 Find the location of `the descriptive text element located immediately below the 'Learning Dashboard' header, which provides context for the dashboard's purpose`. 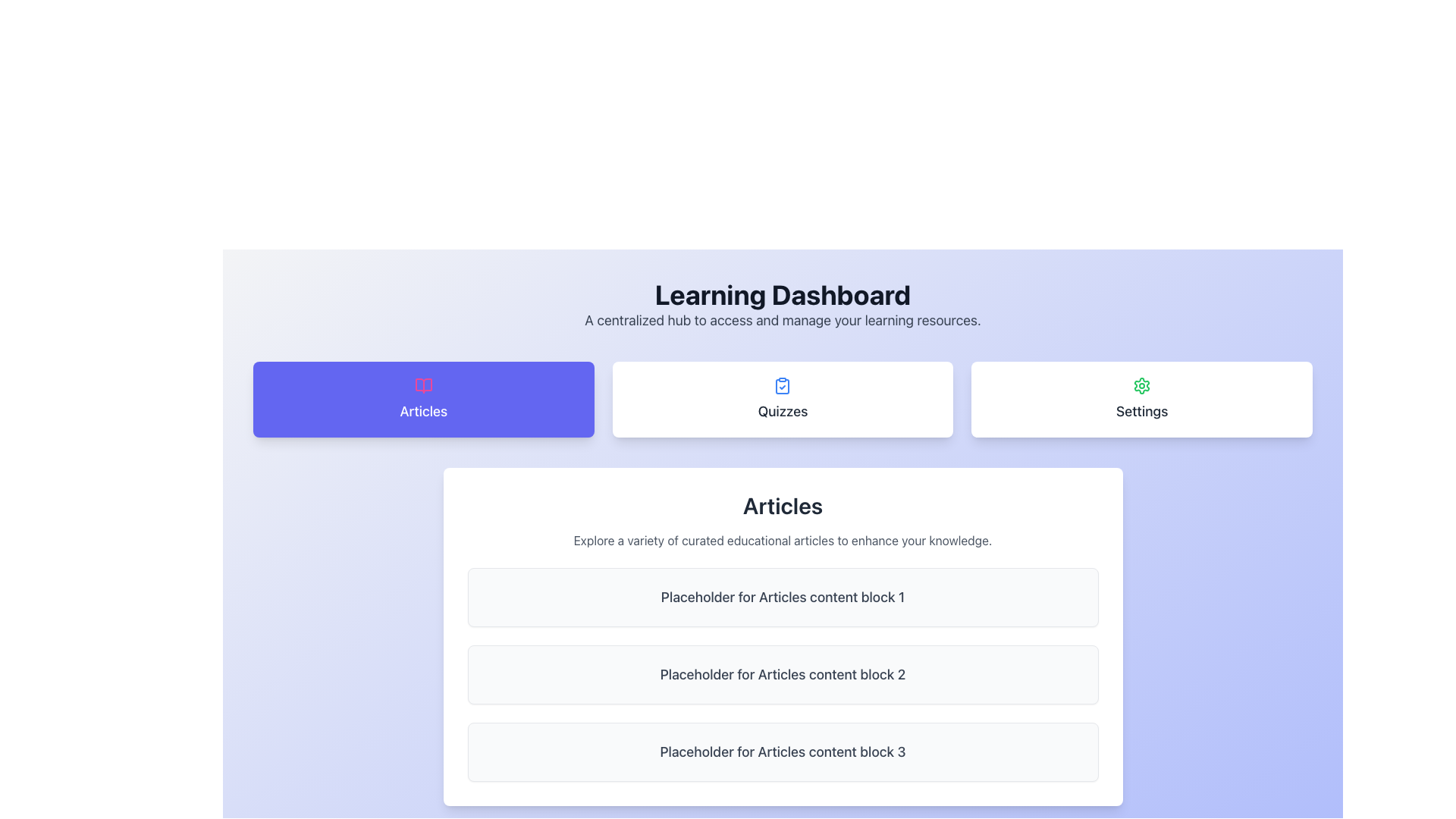

the descriptive text element located immediately below the 'Learning Dashboard' header, which provides context for the dashboard's purpose is located at coordinates (783, 320).